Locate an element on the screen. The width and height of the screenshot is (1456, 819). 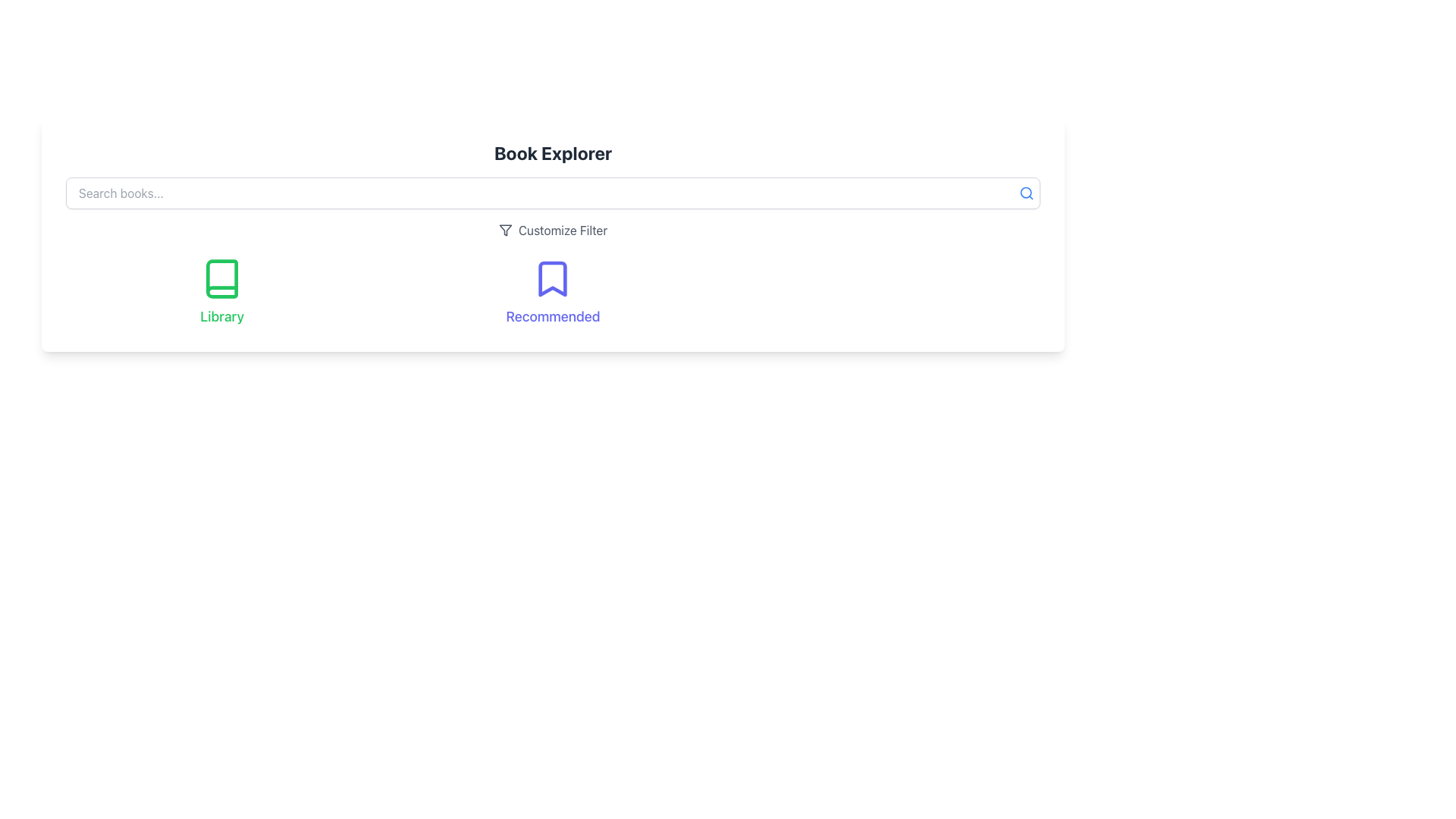
the bold, large text label reading 'Book Explorer' located at the top center of the interface, directly above the search bar is located at coordinates (552, 152).